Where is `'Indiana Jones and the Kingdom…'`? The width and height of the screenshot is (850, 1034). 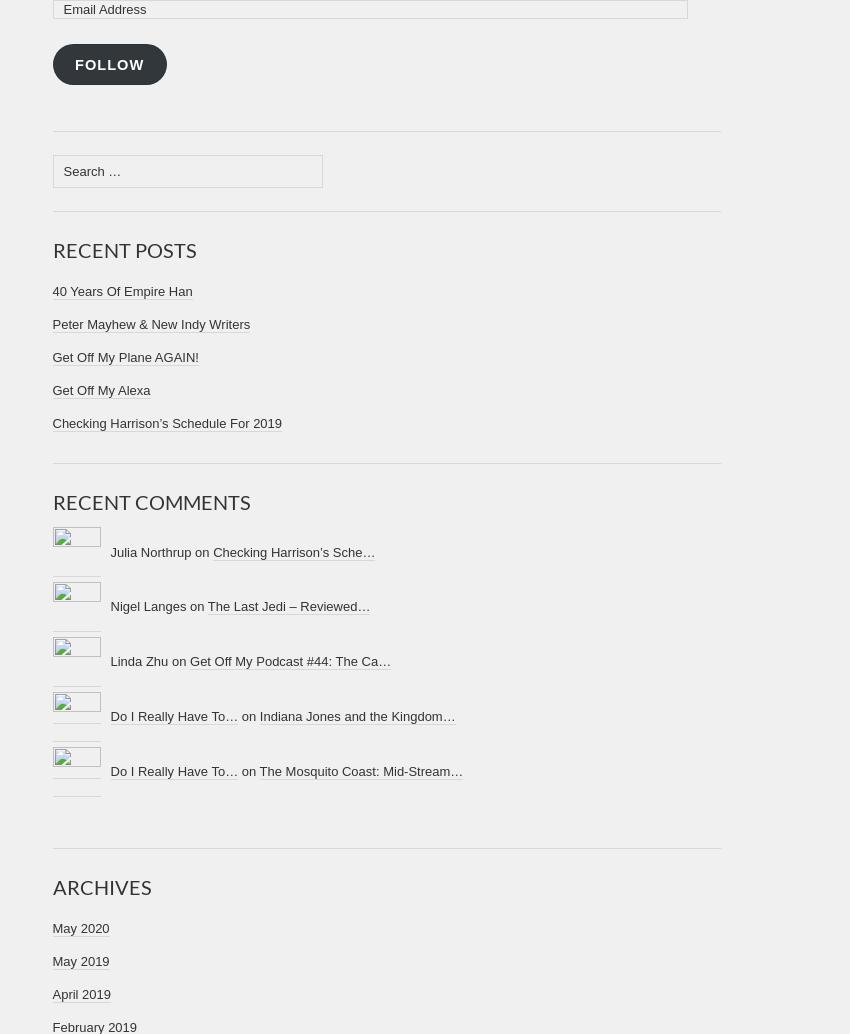
'Indiana Jones and the Kingdom…' is located at coordinates (356, 715).